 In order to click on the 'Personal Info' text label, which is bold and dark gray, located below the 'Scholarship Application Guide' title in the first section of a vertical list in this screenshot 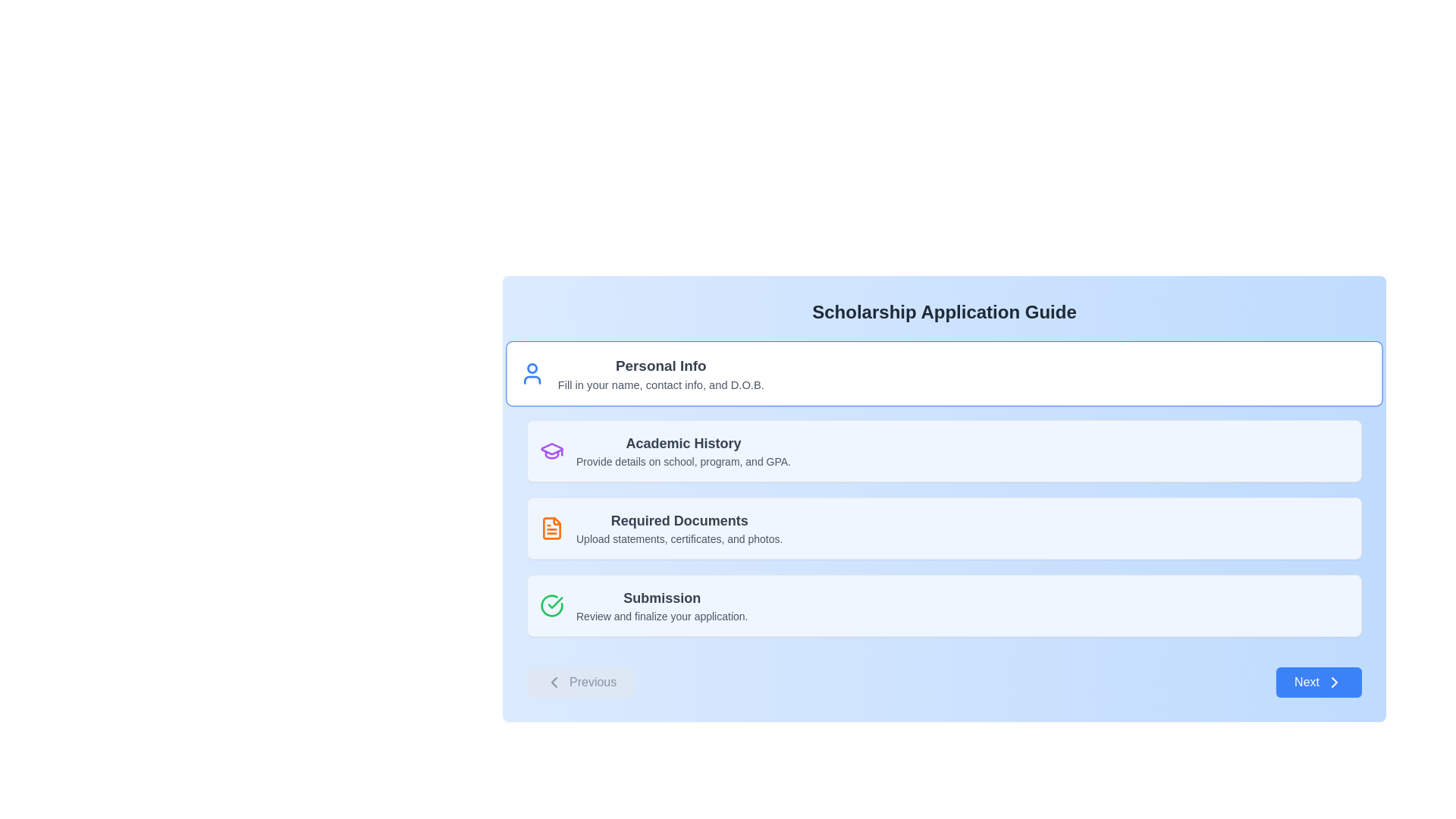, I will do `click(661, 366)`.